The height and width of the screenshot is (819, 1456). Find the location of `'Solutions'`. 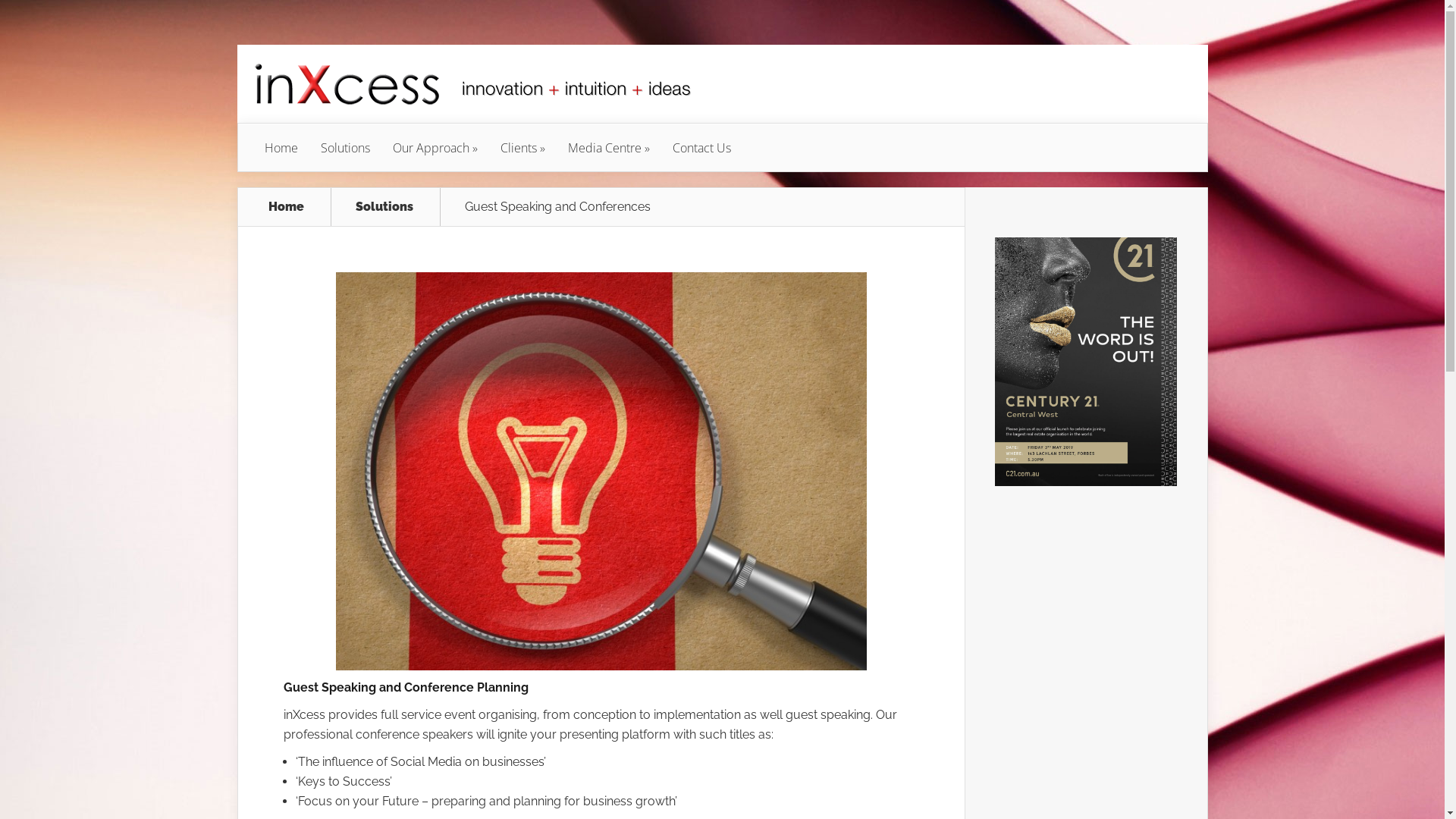

'Solutions' is located at coordinates (344, 148).